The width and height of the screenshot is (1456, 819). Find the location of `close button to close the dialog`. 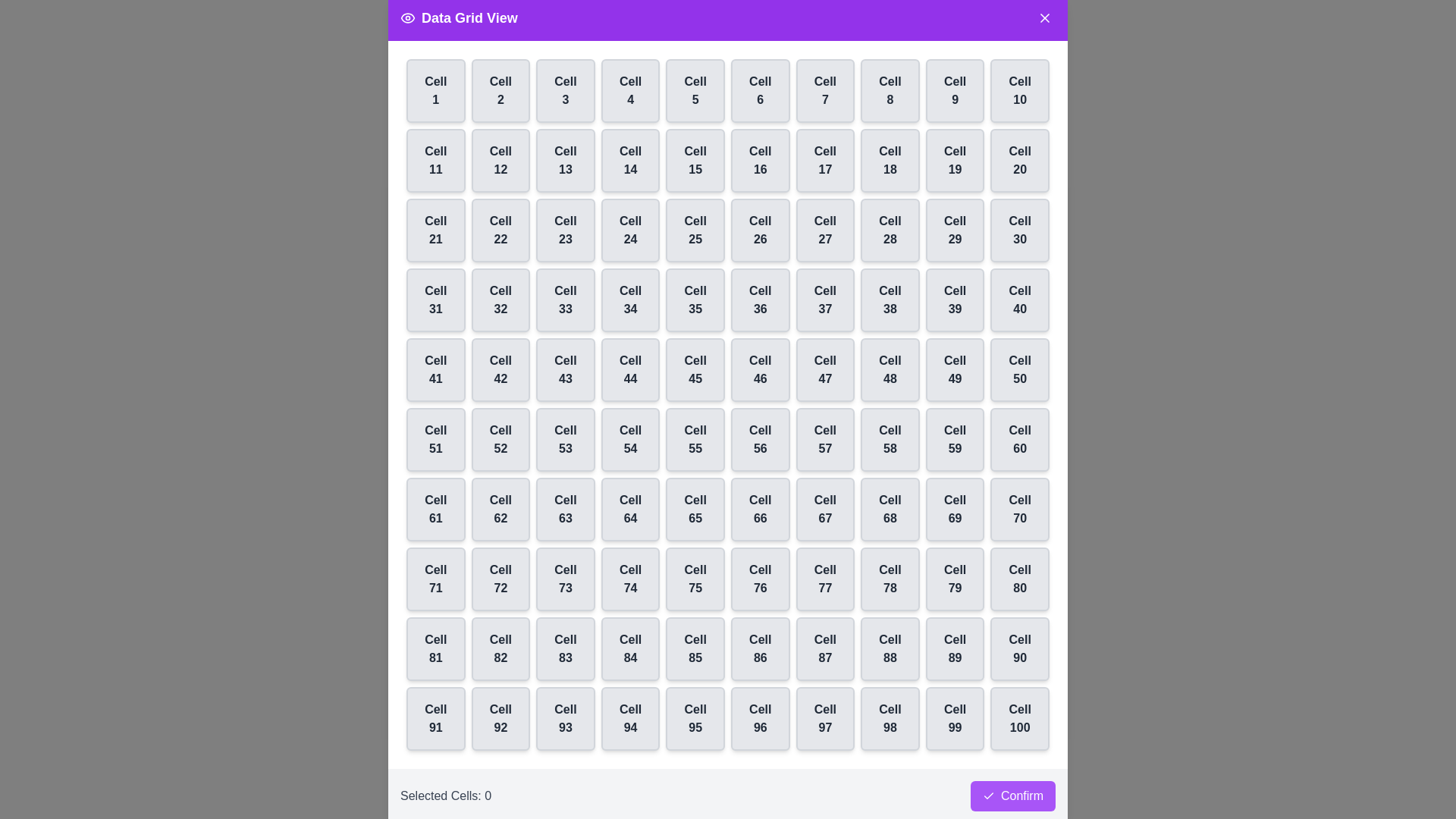

close button to close the dialog is located at coordinates (1043, 17).